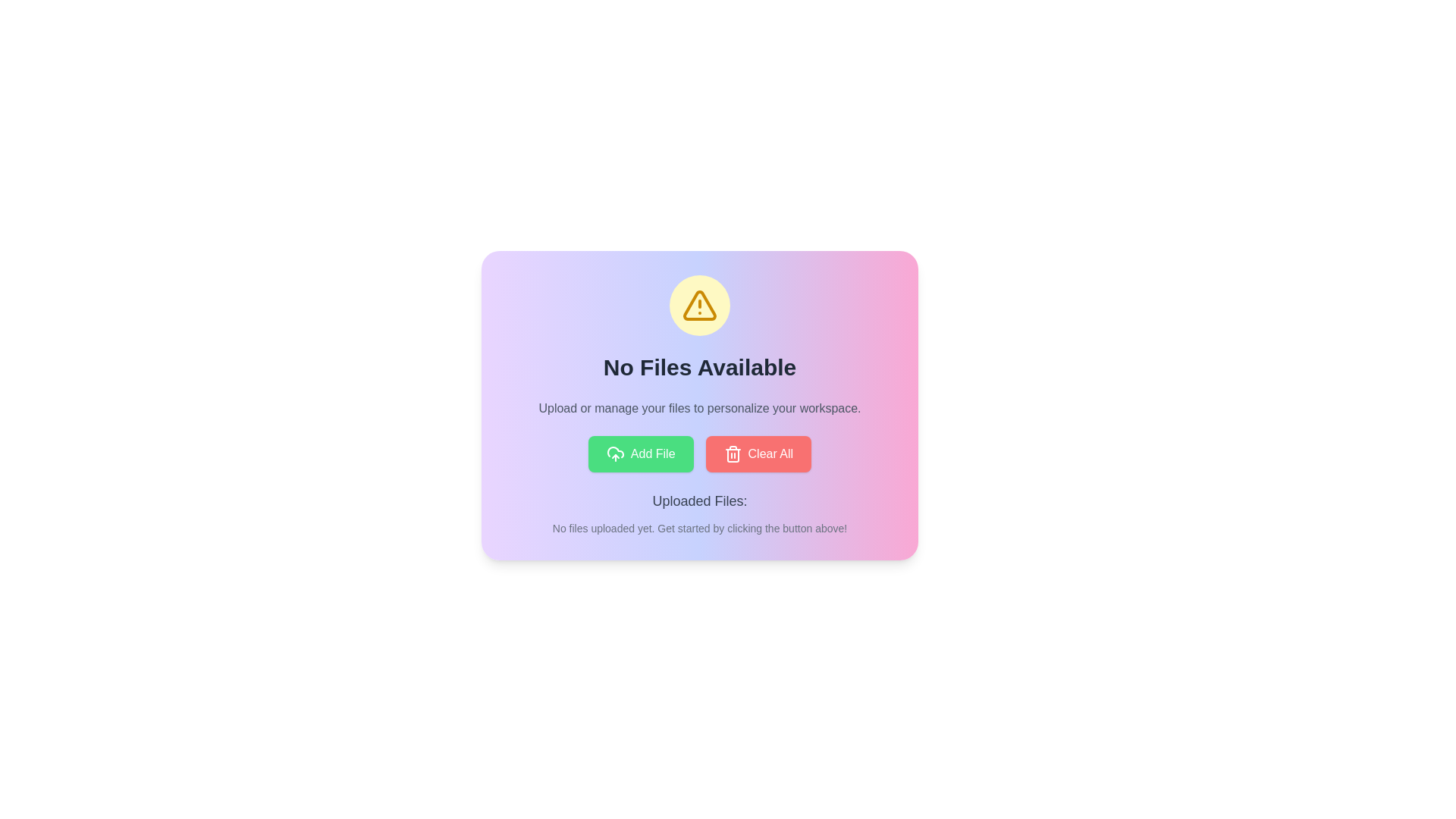 The height and width of the screenshot is (819, 1456). What do you see at coordinates (698, 528) in the screenshot?
I see `the plain text message that reads 'No files uploaded yet. Get started by clicking the button above!', which is located below the heading 'Uploaded Files:' in the primary interface` at bounding box center [698, 528].